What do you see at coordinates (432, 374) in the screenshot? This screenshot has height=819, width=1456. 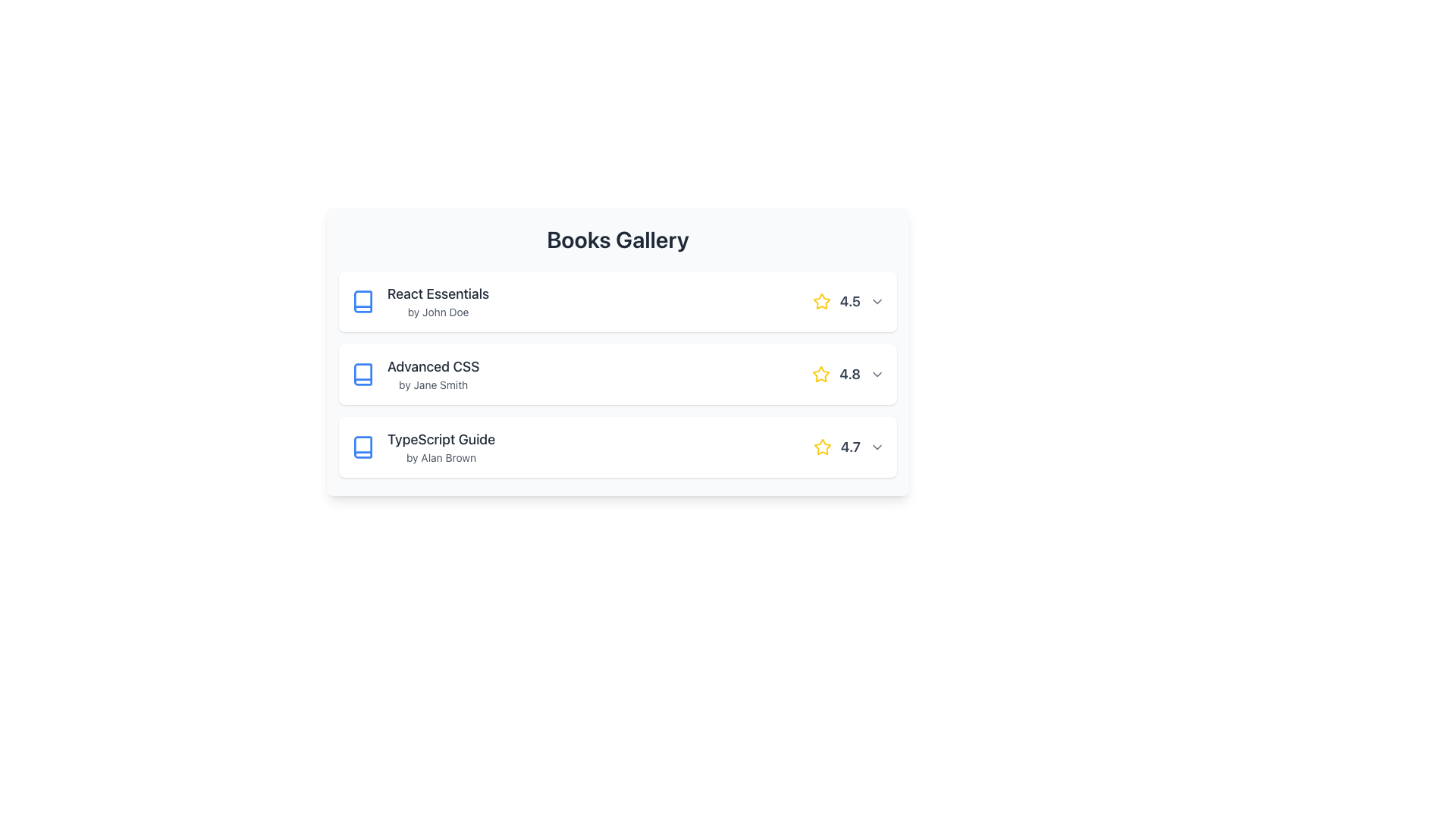 I see `the Text Display Section that displays the title and author of the book/course, which is the second entry in the 'Books Gallery' section` at bounding box center [432, 374].